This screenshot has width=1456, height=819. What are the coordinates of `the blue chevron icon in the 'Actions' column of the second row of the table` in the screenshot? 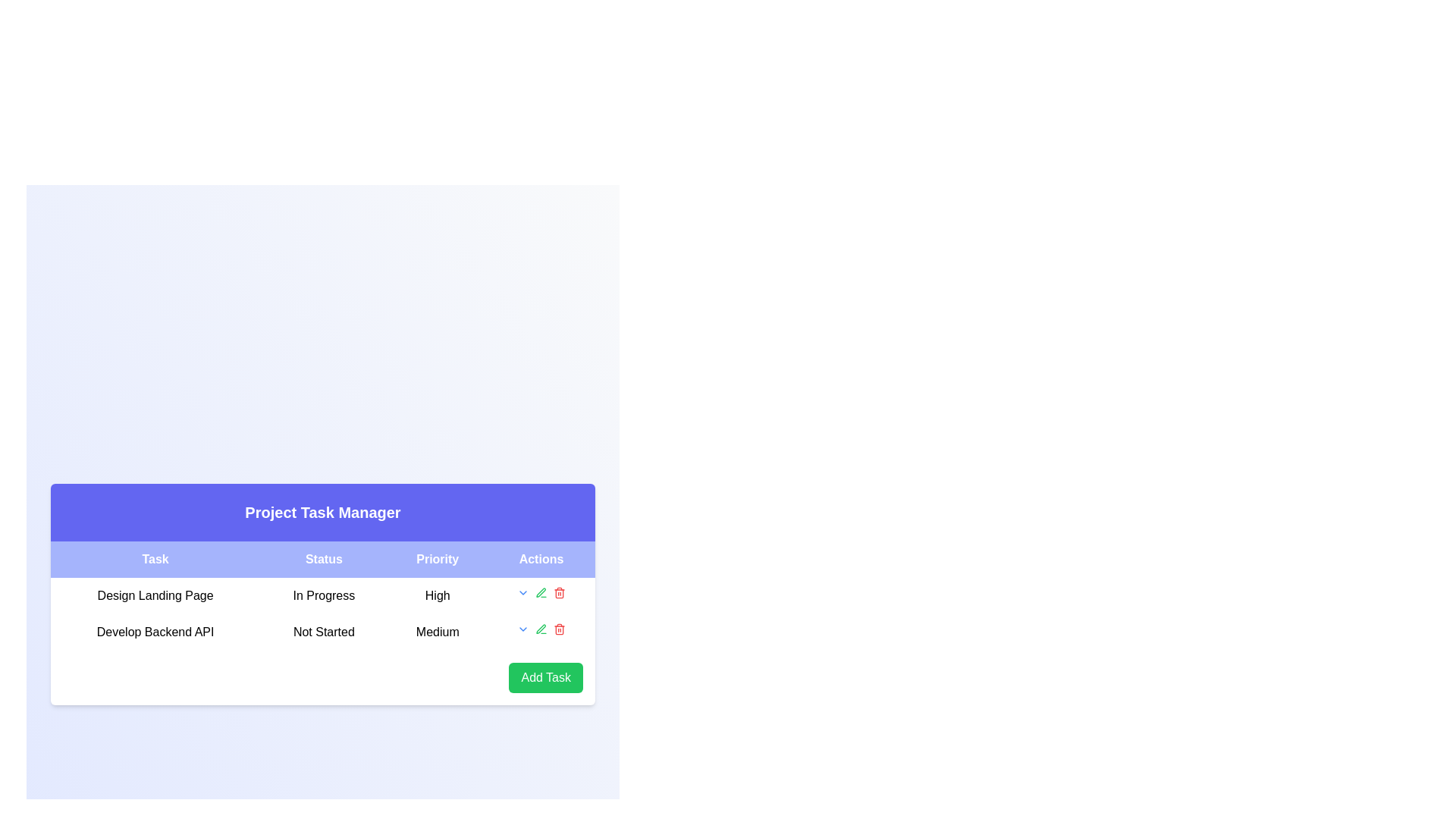 It's located at (523, 629).